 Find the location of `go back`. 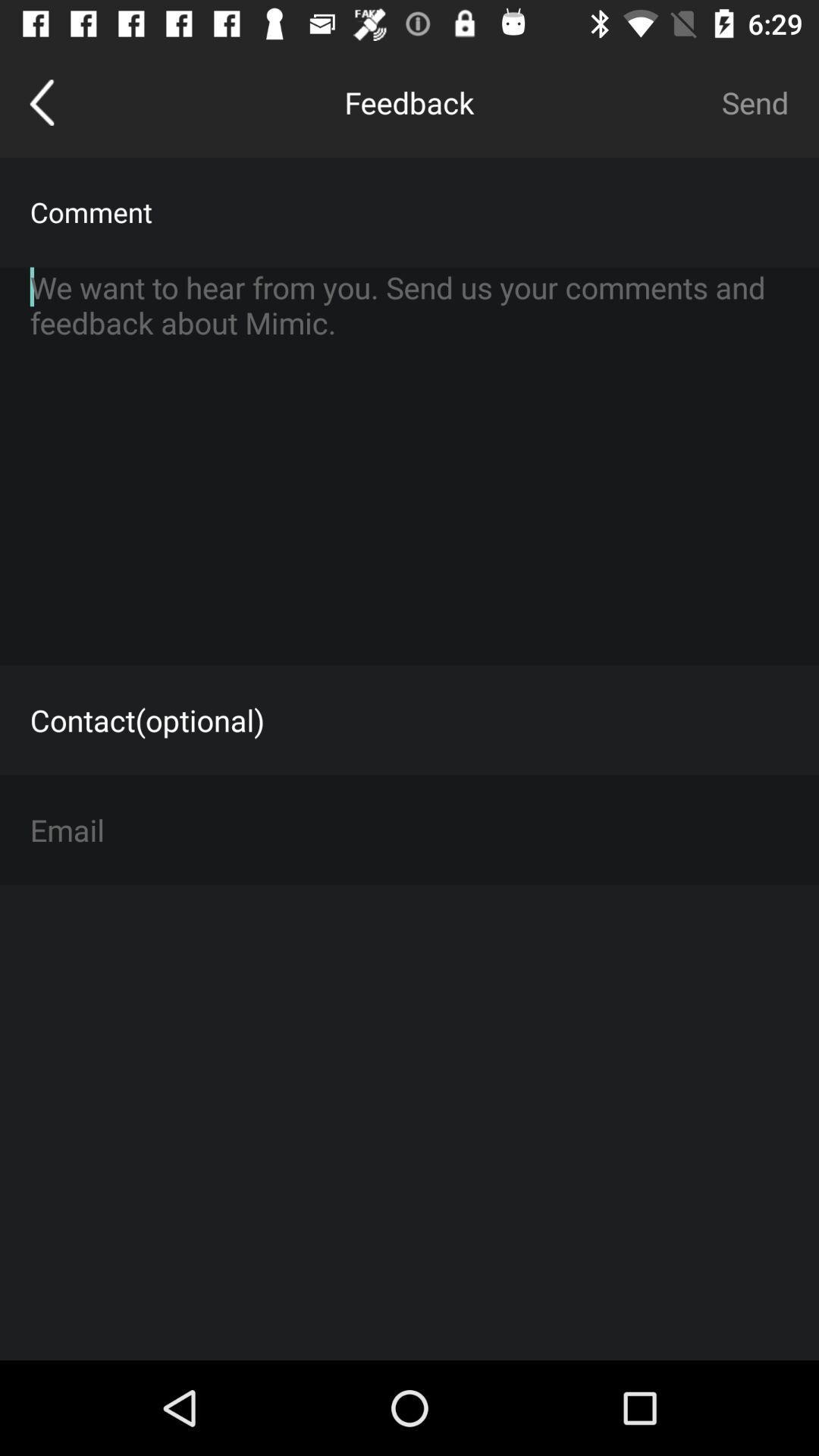

go back is located at coordinates (41, 102).